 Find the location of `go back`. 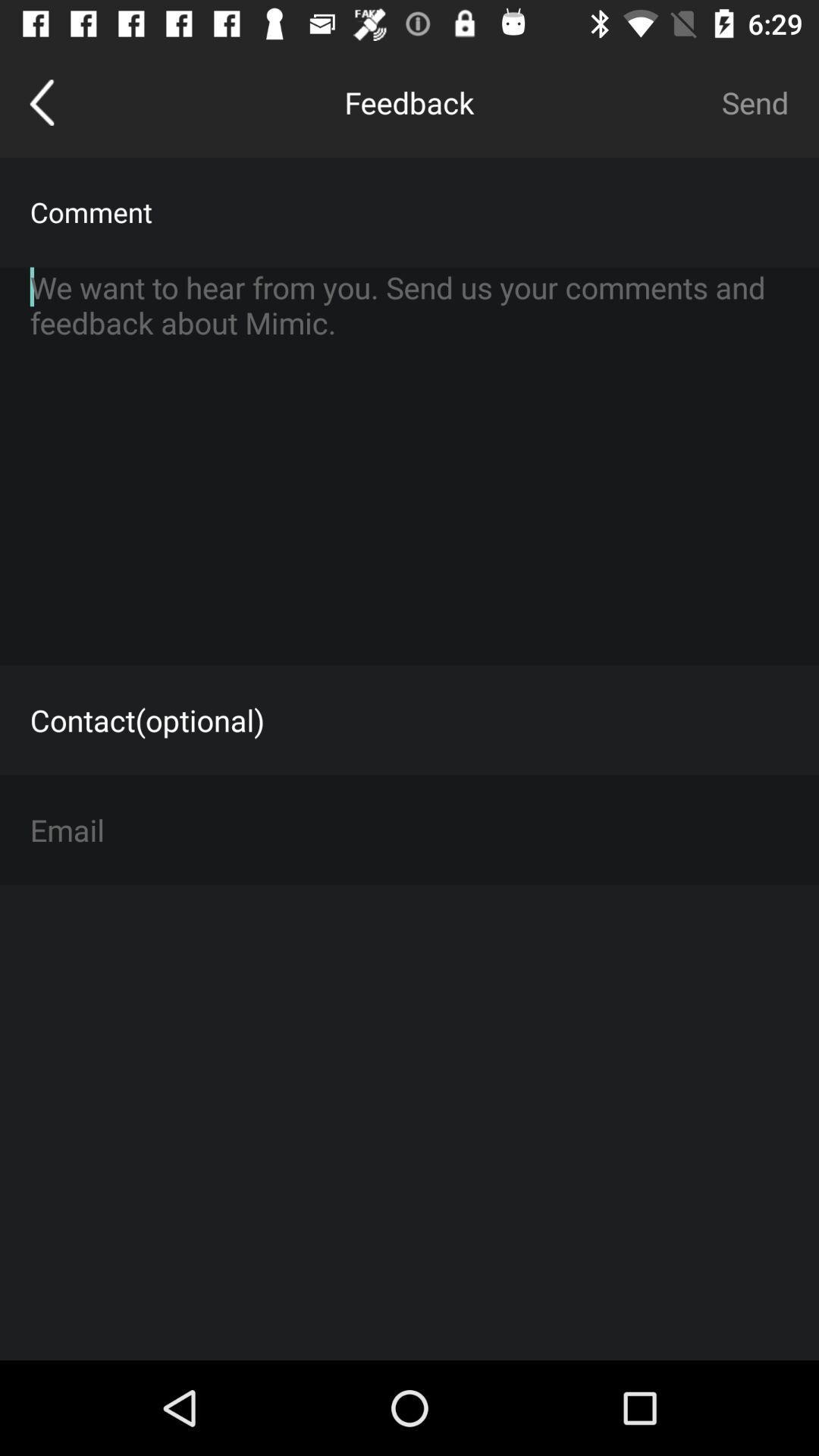

go back is located at coordinates (41, 102).